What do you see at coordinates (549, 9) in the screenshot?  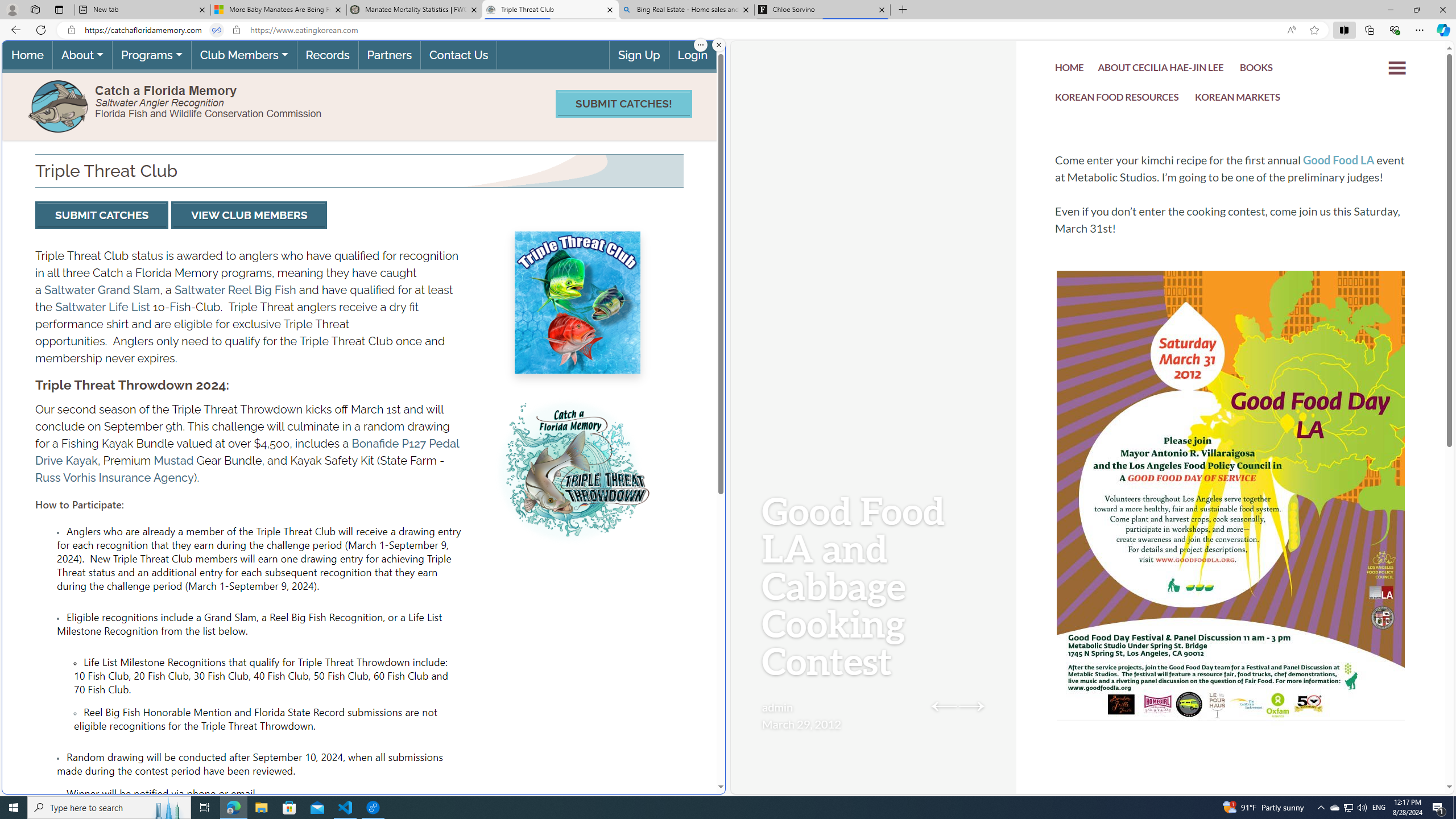 I see `'Triple Threat Club'` at bounding box center [549, 9].